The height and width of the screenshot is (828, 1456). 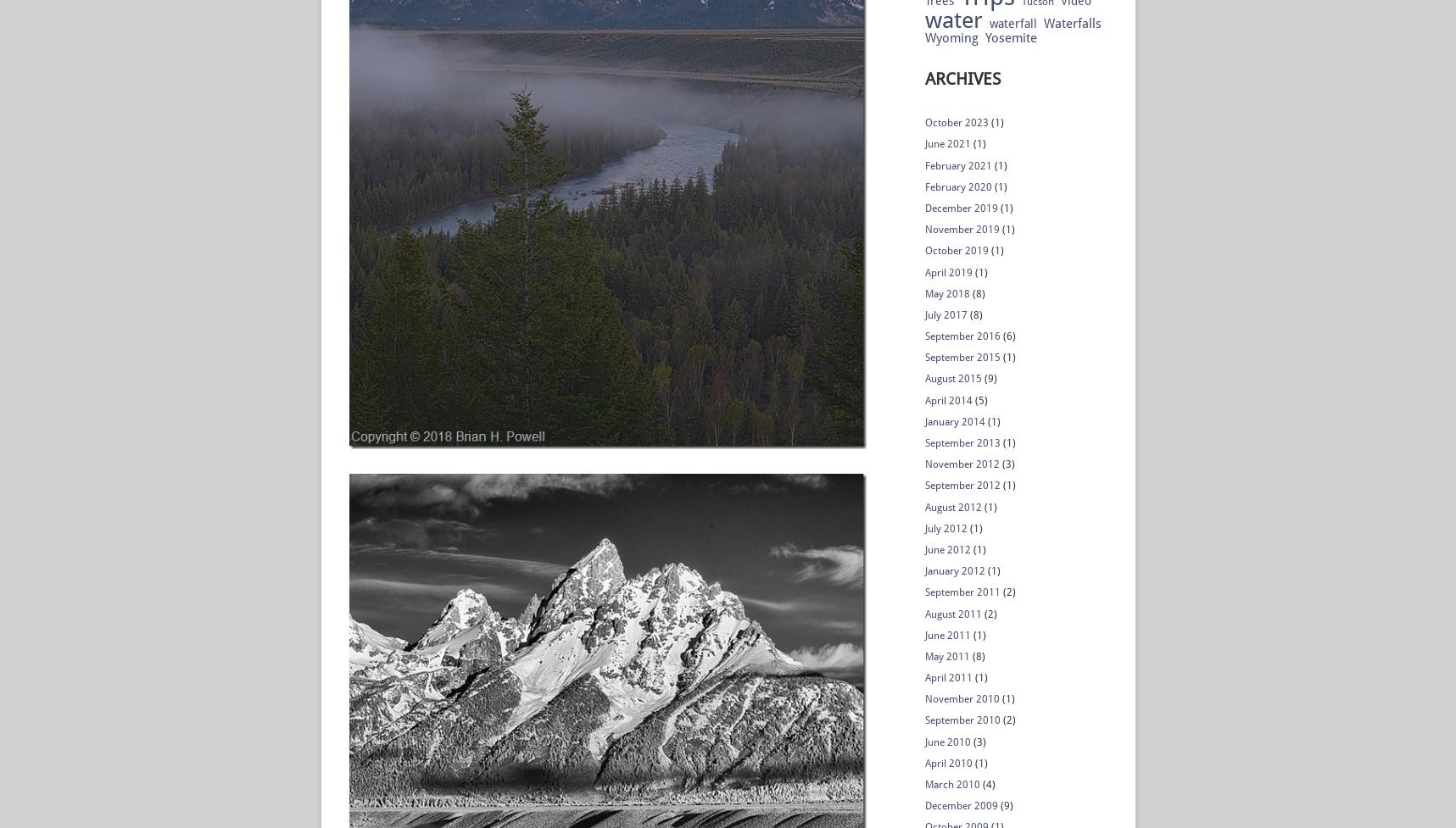 I want to click on 'November 2010', so click(x=923, y=697).